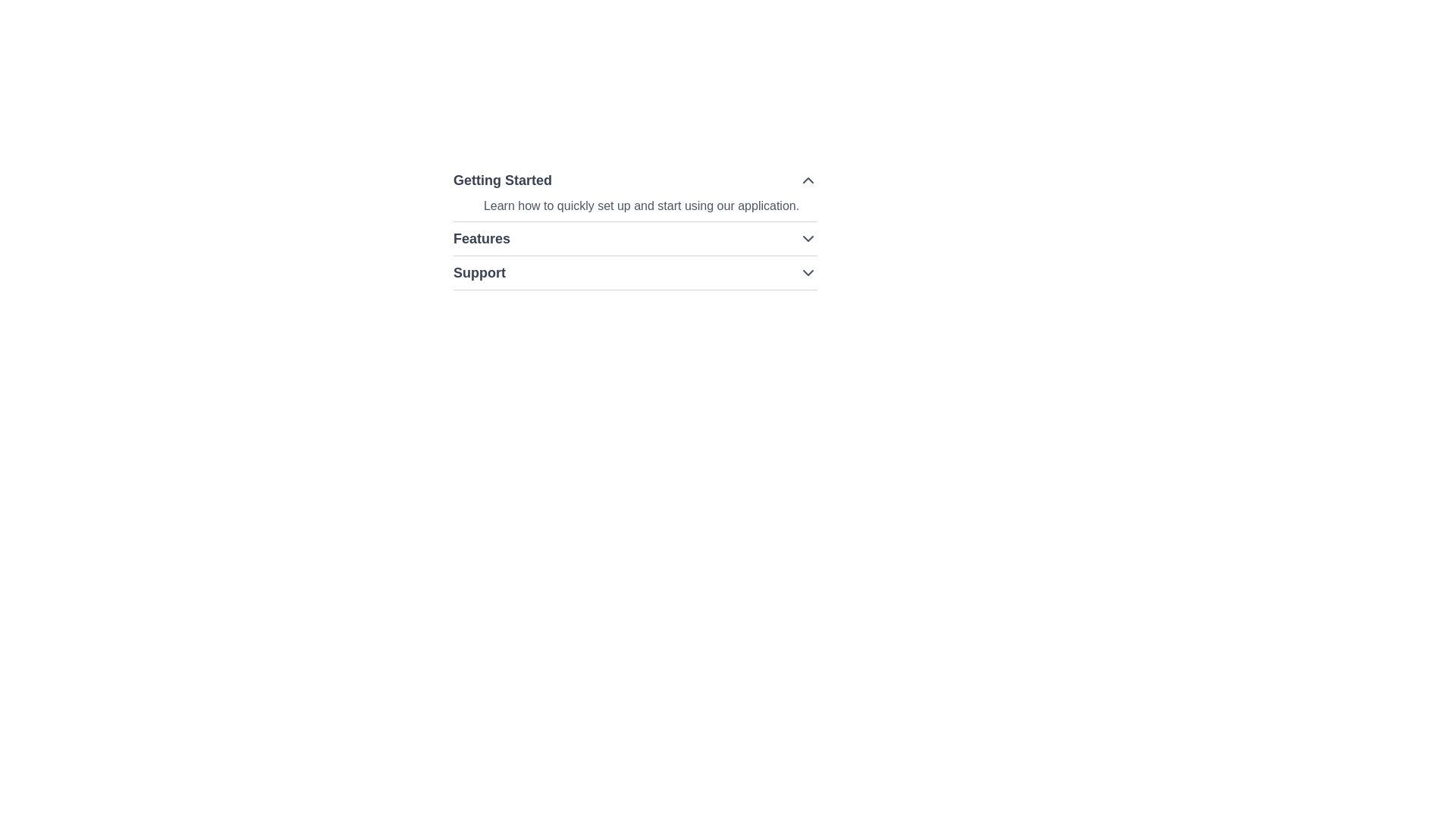 Image resolution: width=1456 pixels, height=819 pixels. What do you see at coordinates (502, 180) in the screenshot?
I see `the 'Getting Started' text element, which serves as a section title indicating the content below relates to getting started with the application` at bounding box center [502, 180].